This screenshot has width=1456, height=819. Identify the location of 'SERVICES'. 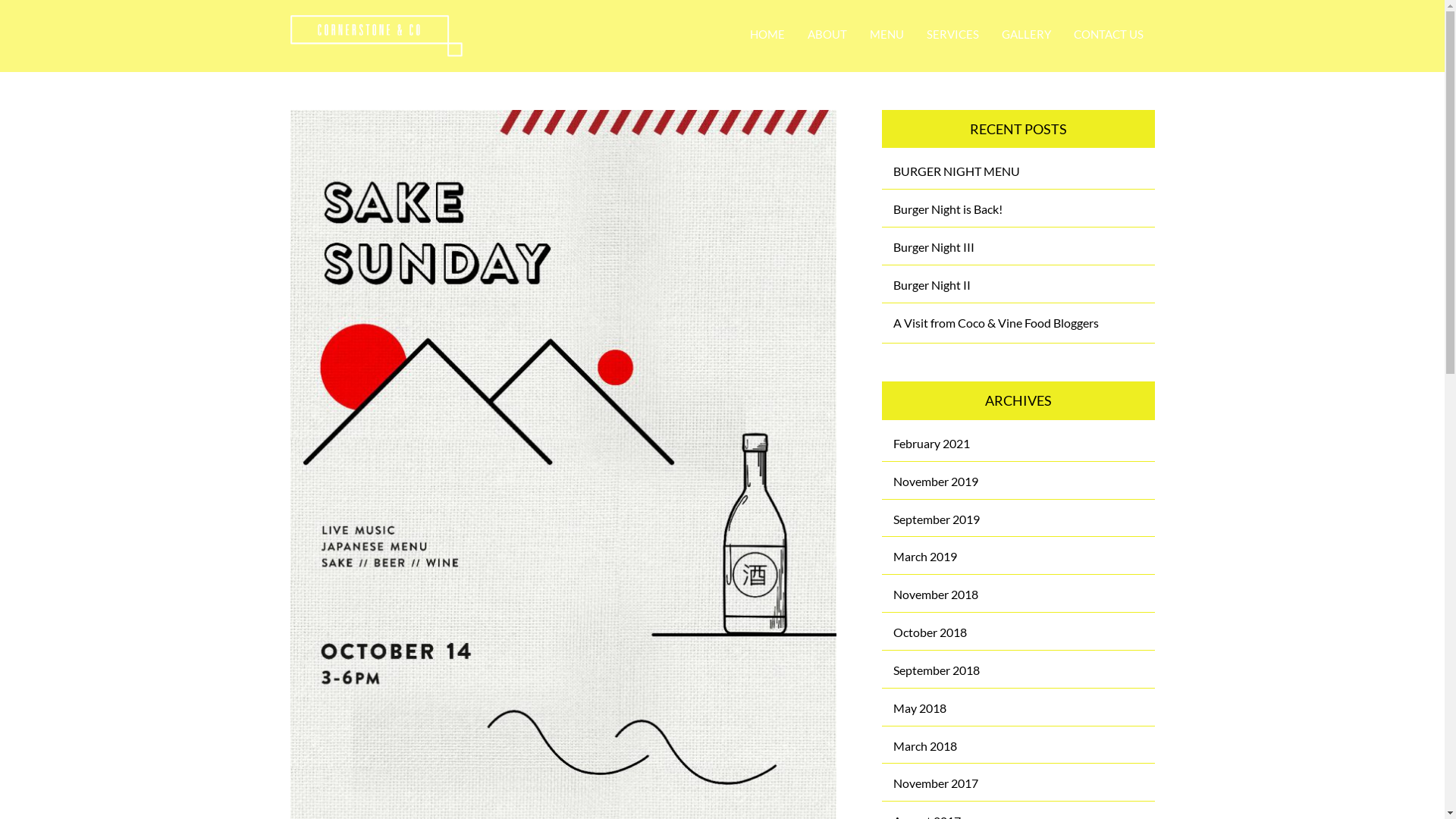
(951, 34).